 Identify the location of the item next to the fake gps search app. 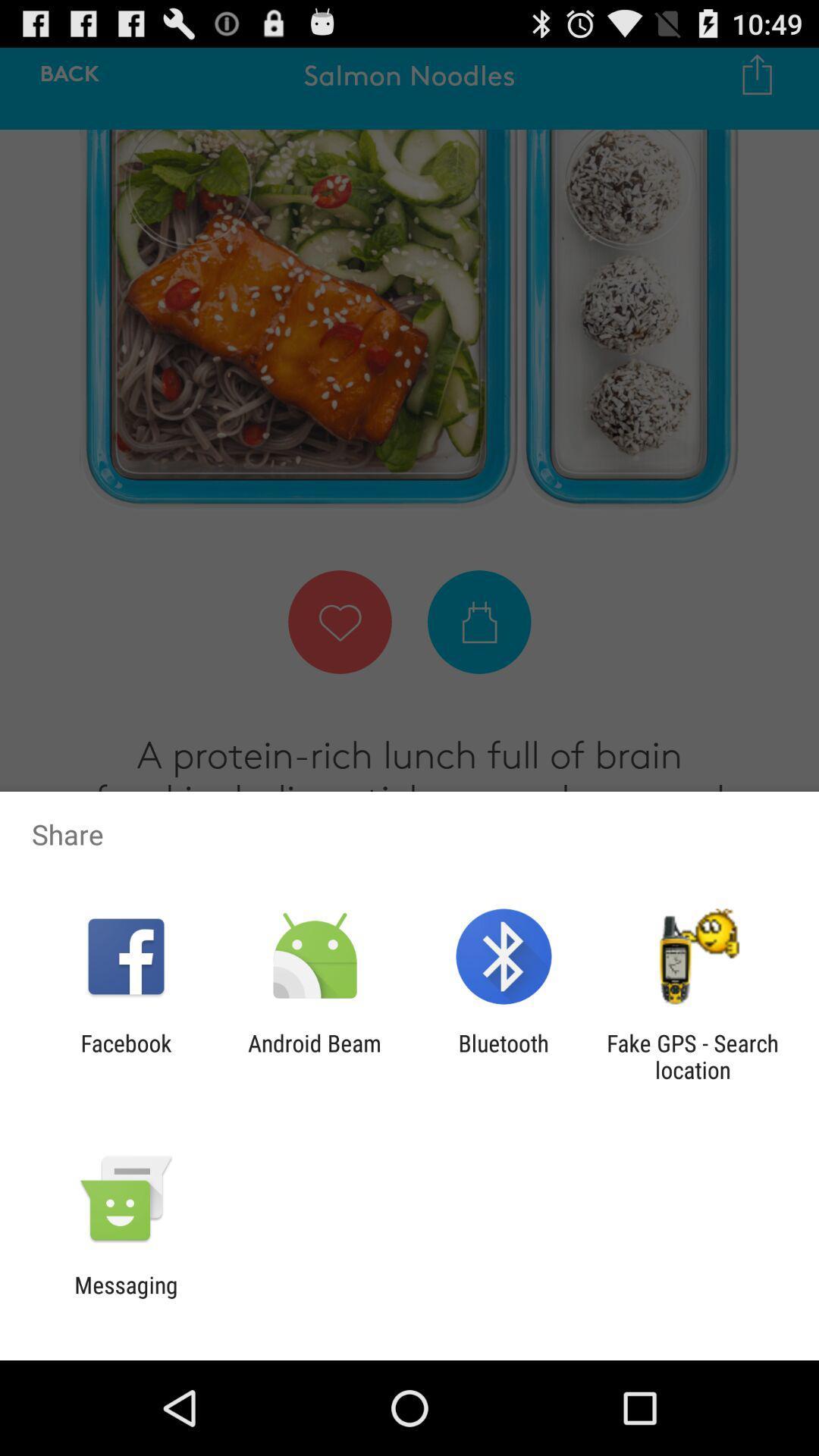
(504, 1056).